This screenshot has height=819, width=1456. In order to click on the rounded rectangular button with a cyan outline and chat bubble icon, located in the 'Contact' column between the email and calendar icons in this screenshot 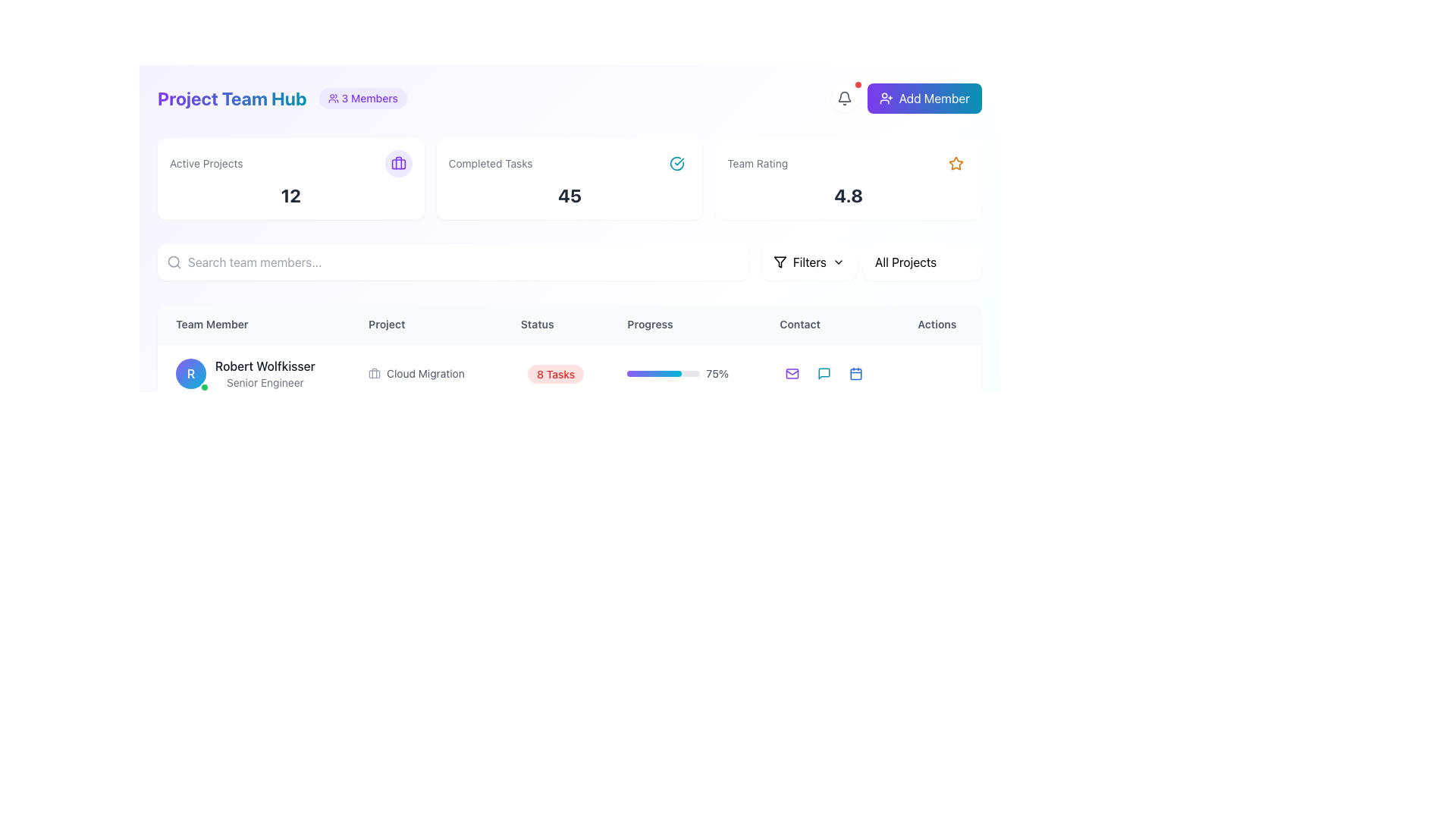, I will do `click(824, 374)`.